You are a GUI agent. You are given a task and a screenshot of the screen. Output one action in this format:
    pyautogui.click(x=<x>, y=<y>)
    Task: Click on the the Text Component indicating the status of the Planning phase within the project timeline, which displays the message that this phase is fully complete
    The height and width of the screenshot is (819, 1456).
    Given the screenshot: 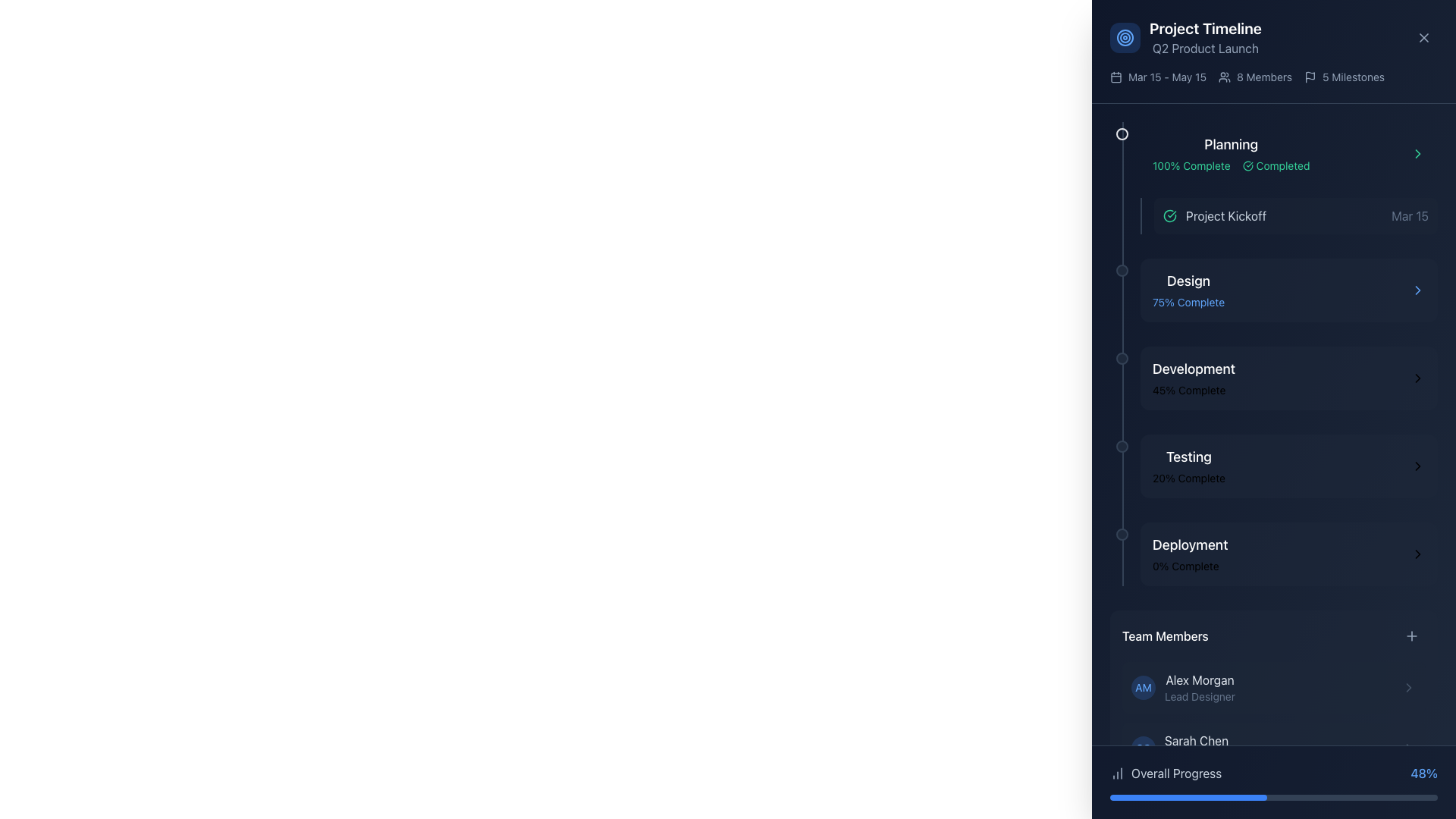 What is the action you would take?
    pyautogui.click(x=1231, y=154)
    